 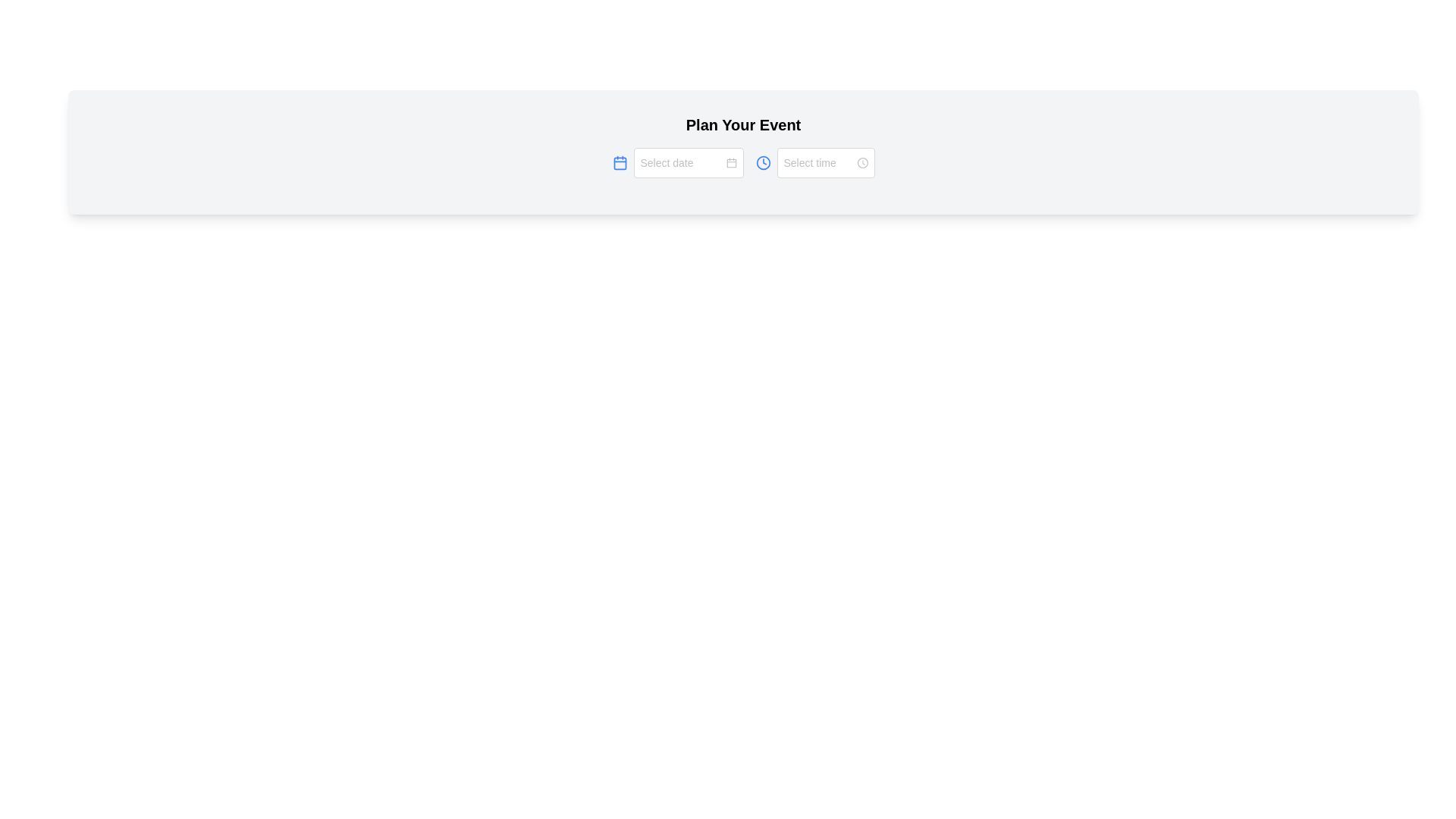 What do you see at coordinates (676, 163) in the screenshot?
I see `the date selection input located on the left side of the horizontal arrangement of two input components` at bounding box center [676, 163].